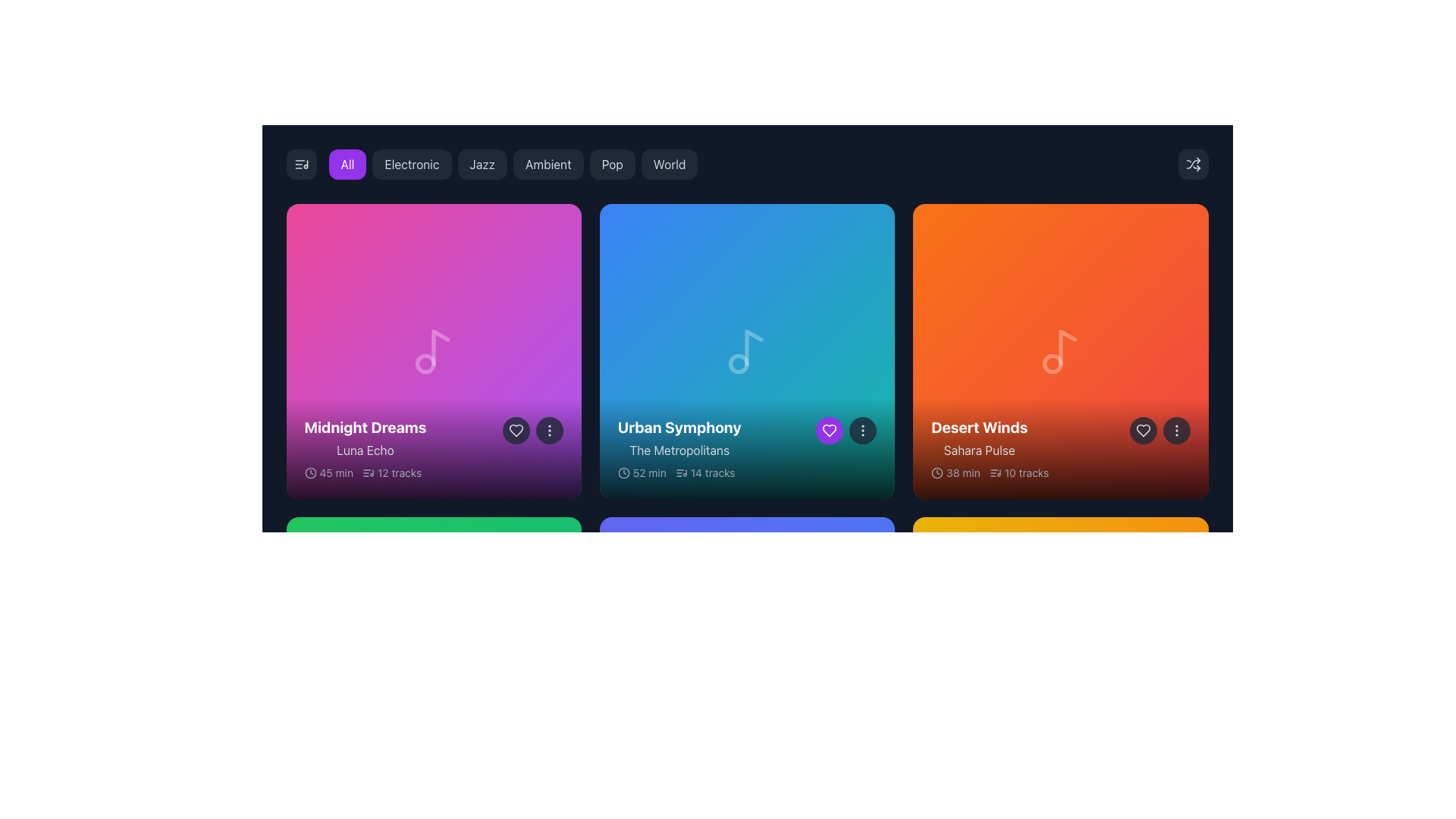  I want to click on the text display component featuring the title 'Midnight Dreams' and subtitle 'Luna Echo', located in the first card of the horizontally aligned card list, so click(365, 438).